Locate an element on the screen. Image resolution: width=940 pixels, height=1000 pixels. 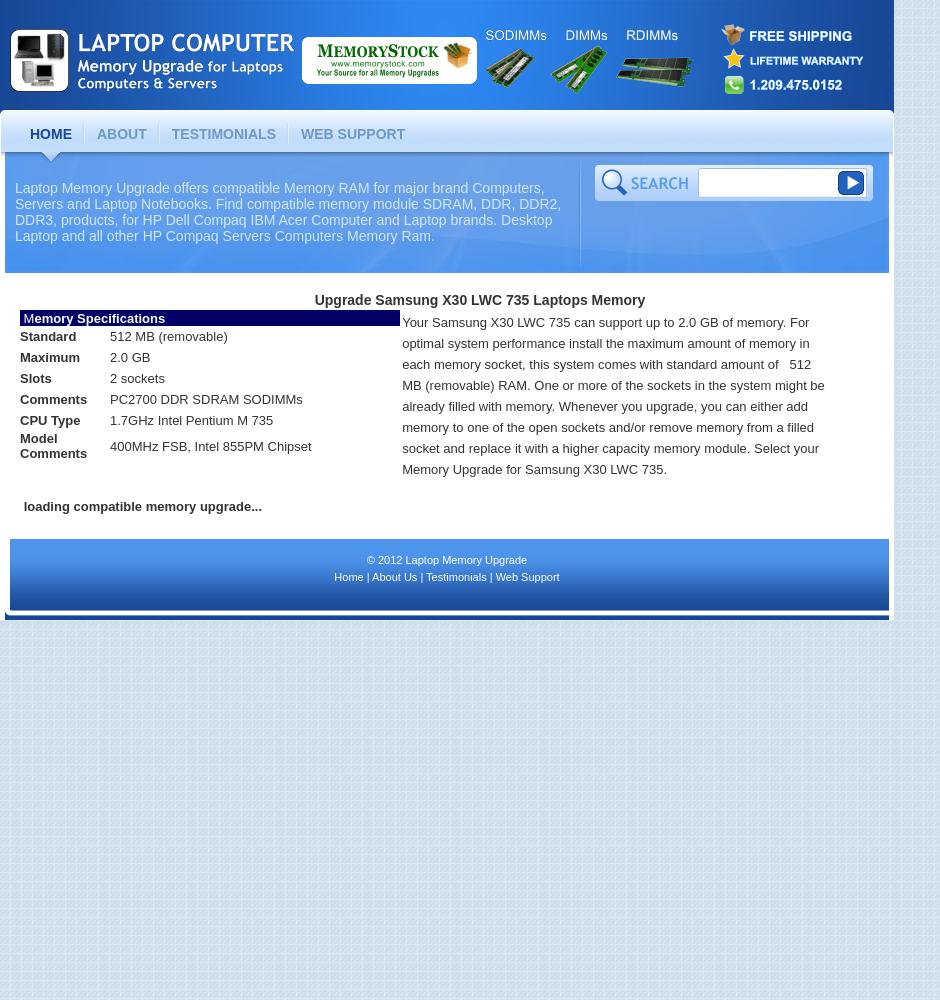
'M' is located at coordinates (26, 317).